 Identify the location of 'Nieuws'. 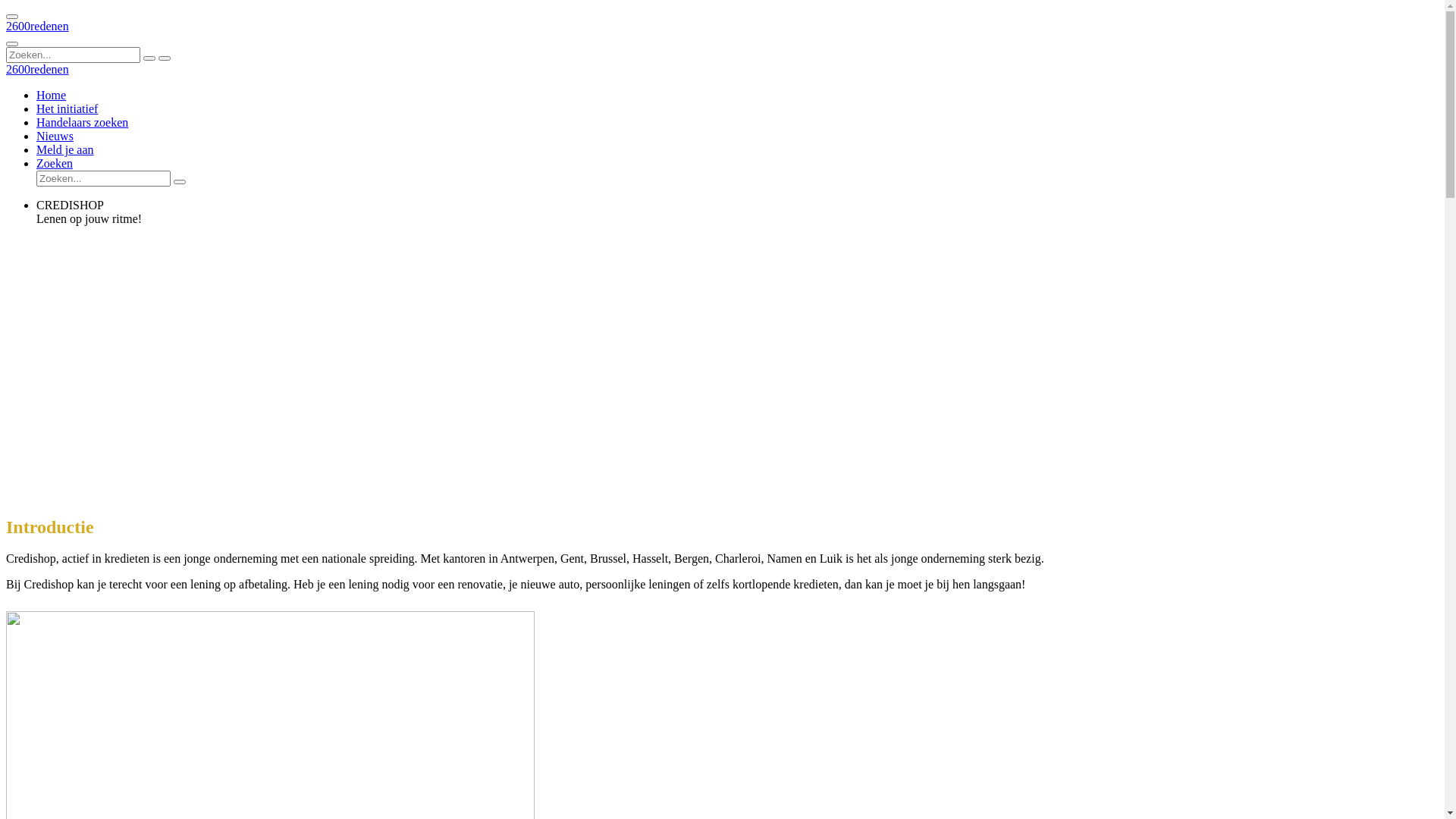
(55, 135).